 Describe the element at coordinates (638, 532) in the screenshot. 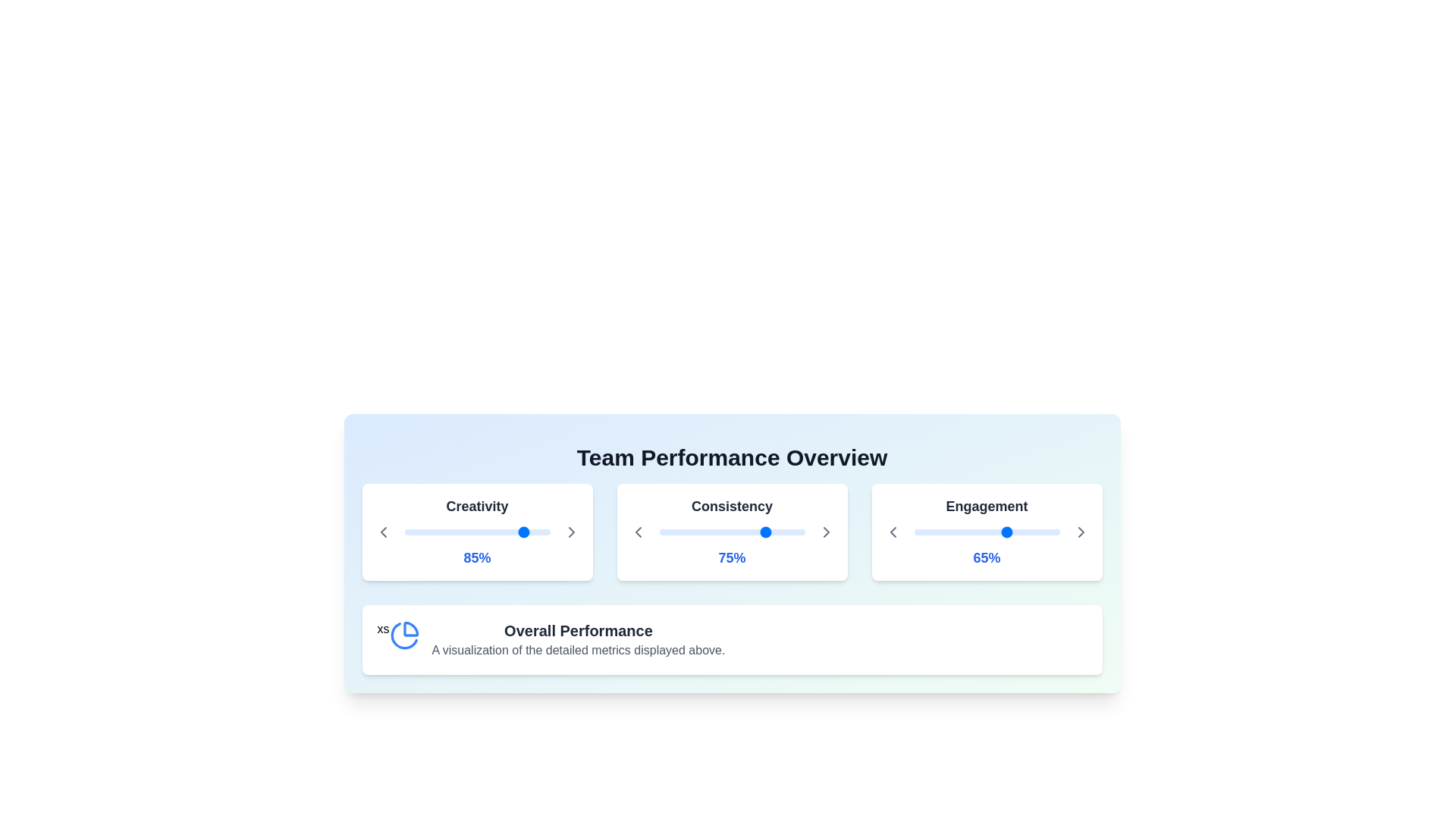

I see `the left-chevron navigation icon located in the second scorecard titled 'Consistency' under 'Team Performance Overview'` at that location.